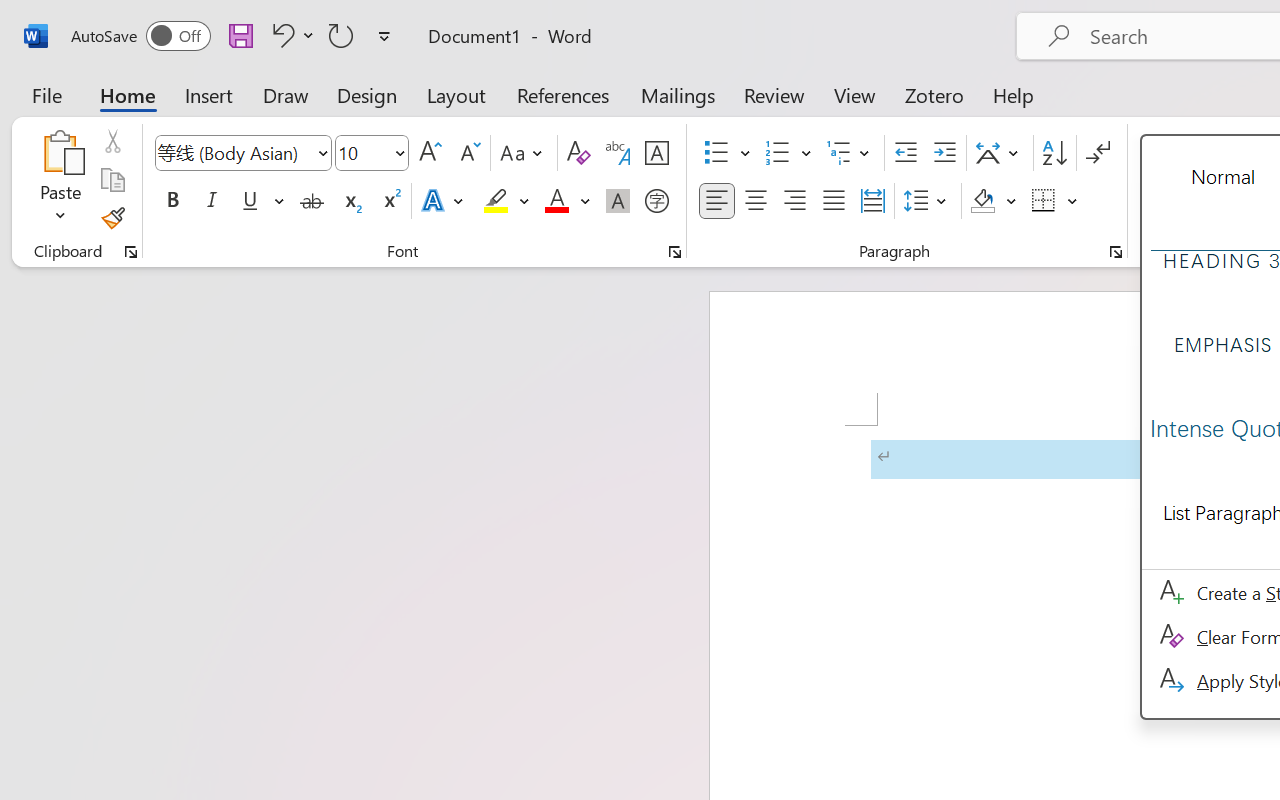 The image size is (1280, 800). Describe the element at coordinates (983, 201) in the screenshot. I see `'Shading No Color'` at that location.